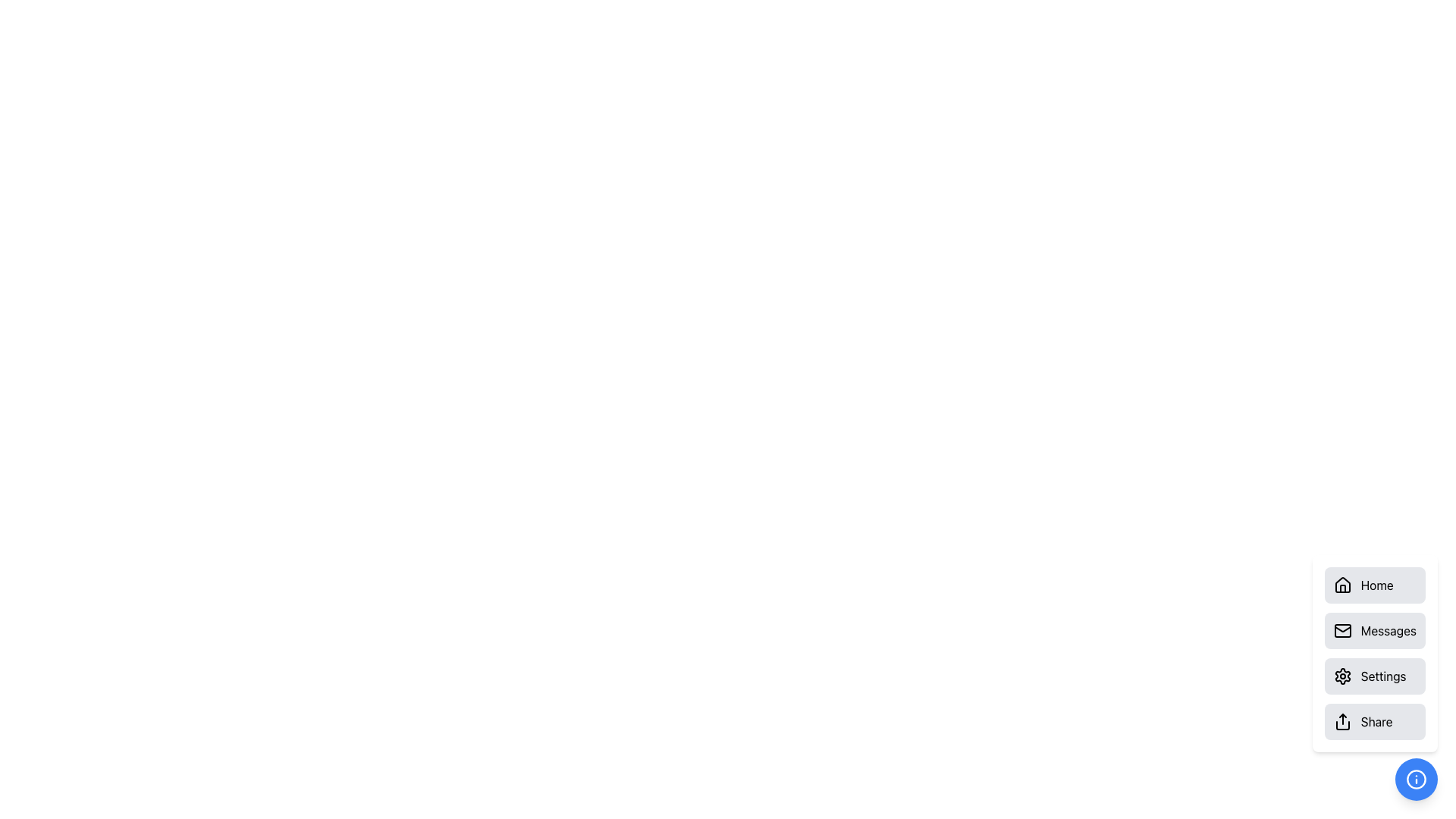  Describe the element at coordinates (1415, 780) in the screenshot. I see `the circular blue button with a white information icon located at the bottom right corner of the interface` at that location.